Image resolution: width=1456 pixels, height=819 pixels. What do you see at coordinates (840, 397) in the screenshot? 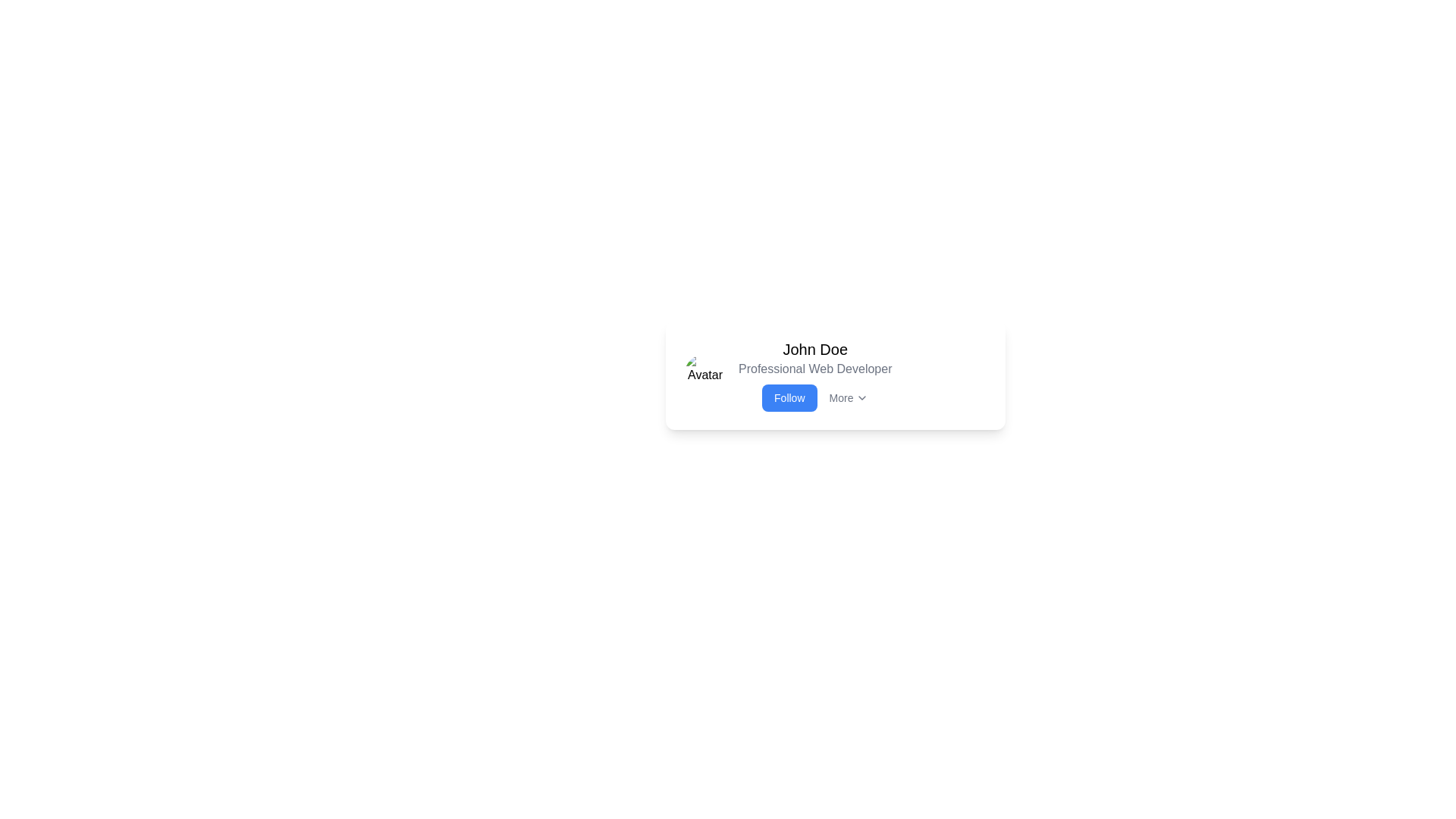
I see `text content of the descriptive Text Label located in the center-right area of the interface, next to the 'Follow' button` at bounding box center [840, 397].